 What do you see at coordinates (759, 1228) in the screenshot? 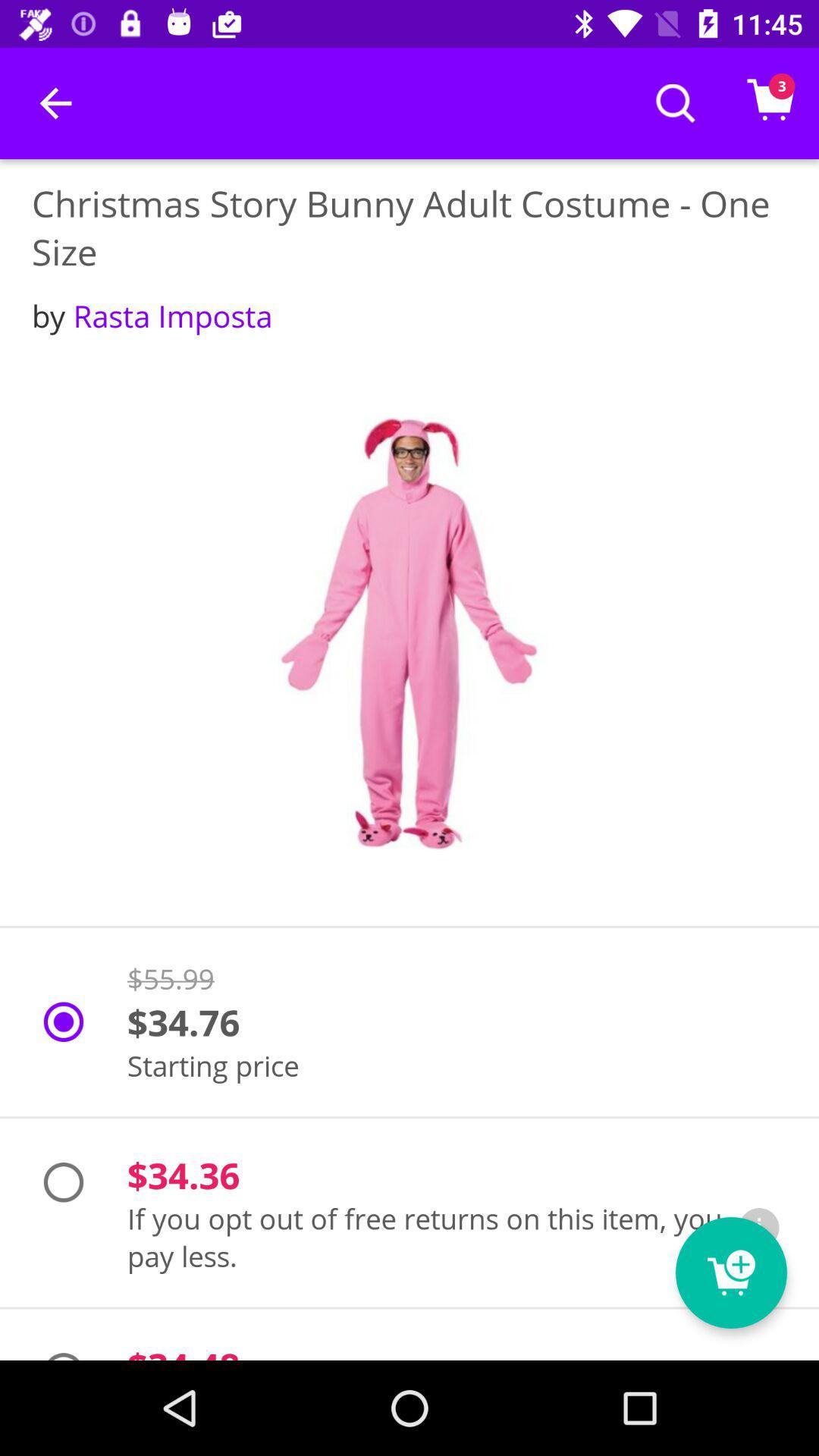
I see `the icon next to if you opt item` at bounding box center [759, 1228].